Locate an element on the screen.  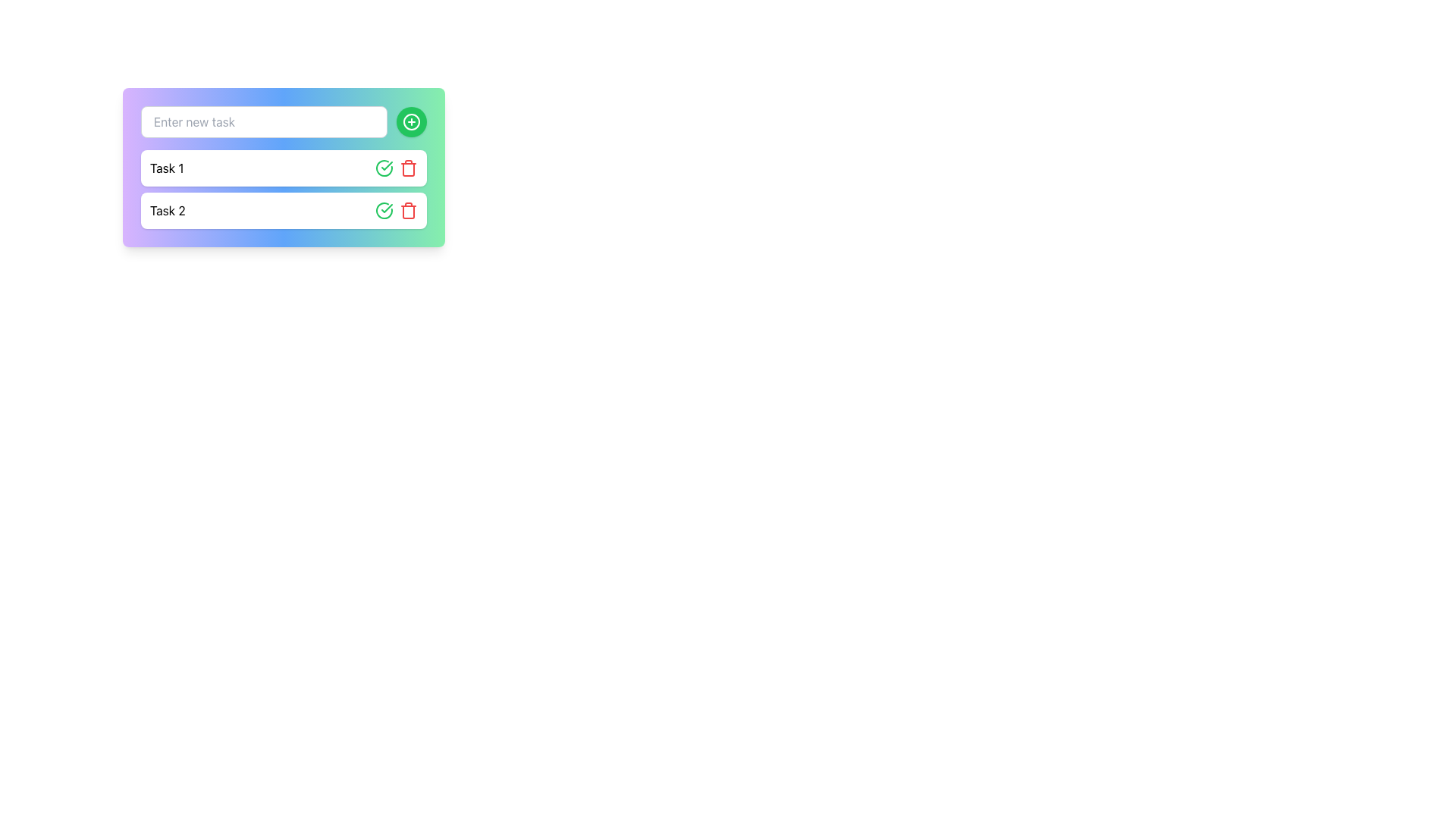
the delete button located on the right side of 'Task 2' in the task list is located at coordinates (408, 168).